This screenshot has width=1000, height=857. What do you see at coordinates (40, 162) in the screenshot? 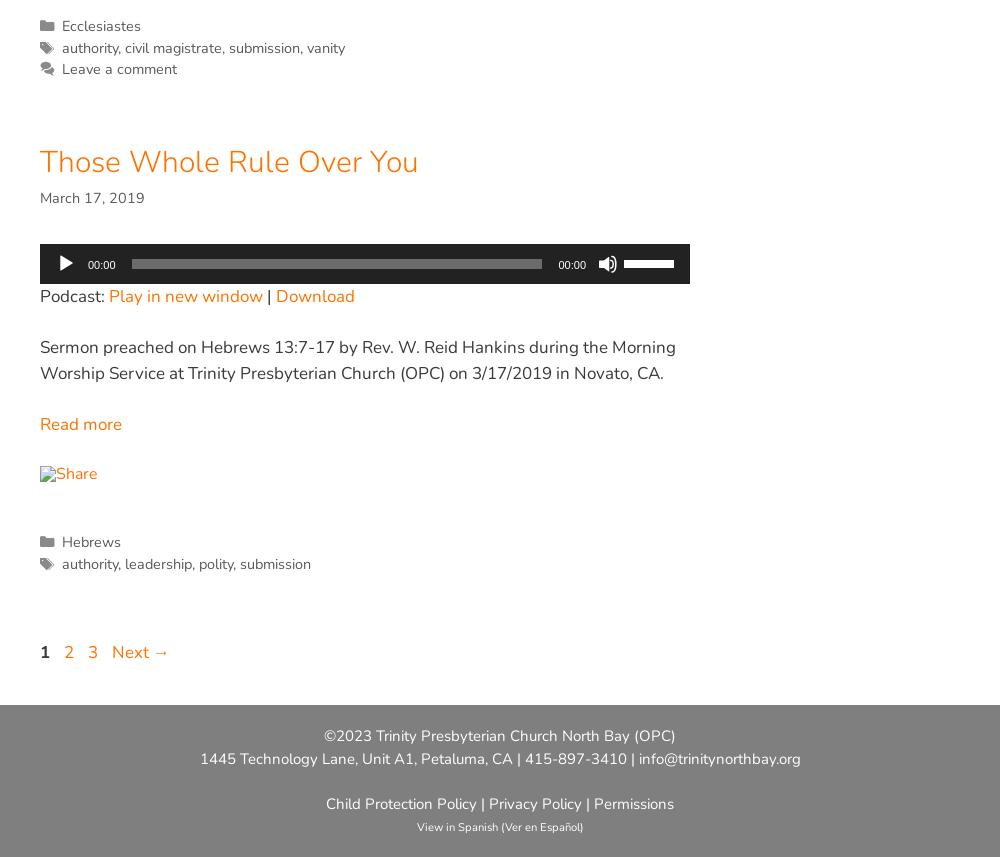
I see `'Those Whole Rule Over You'` at bounding box center [40, 162].